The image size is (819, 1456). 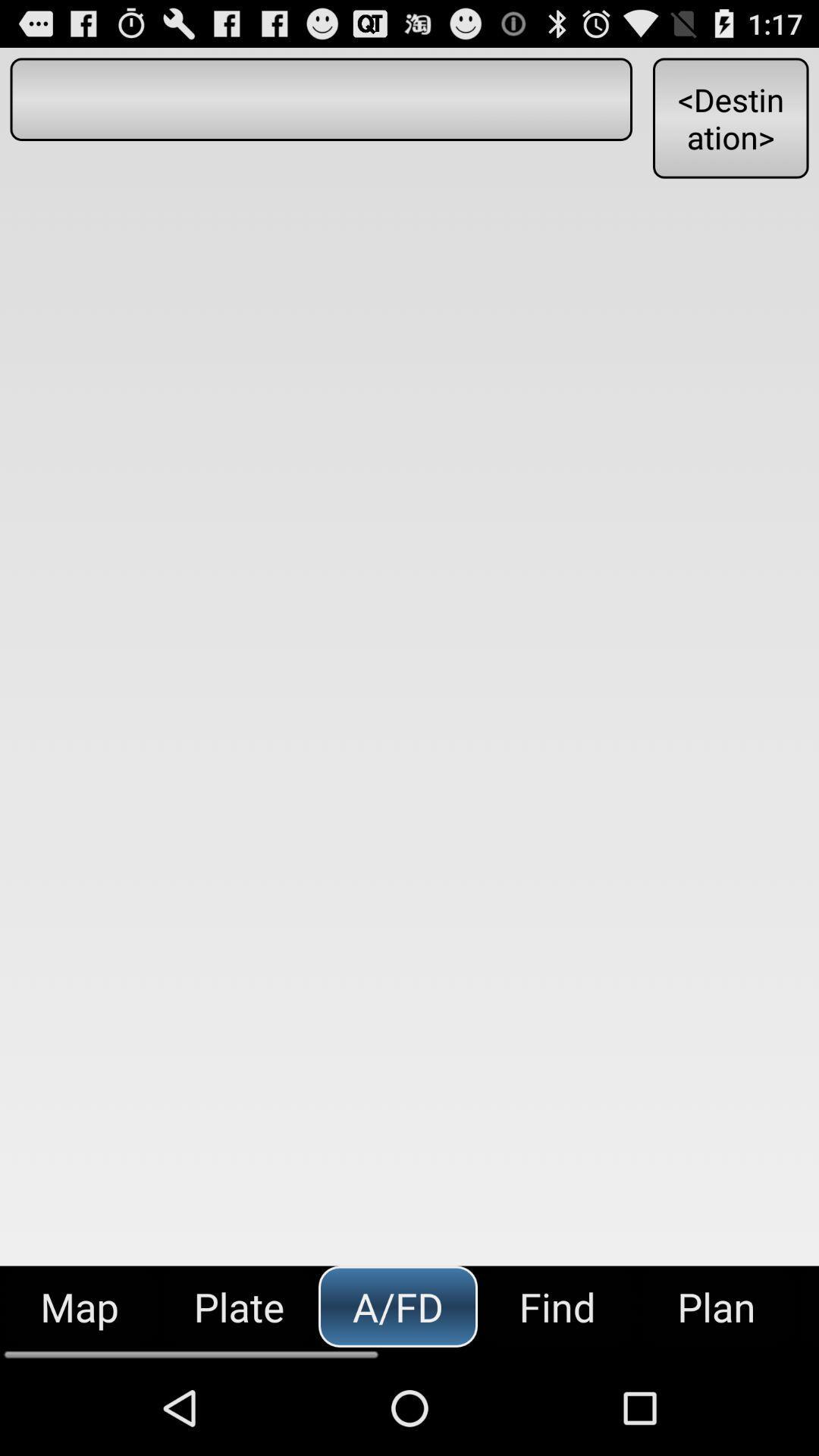 What do you see at coordinates (320, 99) in the screenshot?
I see `button next to the <destination> icon` at bounding box center [320, 99].